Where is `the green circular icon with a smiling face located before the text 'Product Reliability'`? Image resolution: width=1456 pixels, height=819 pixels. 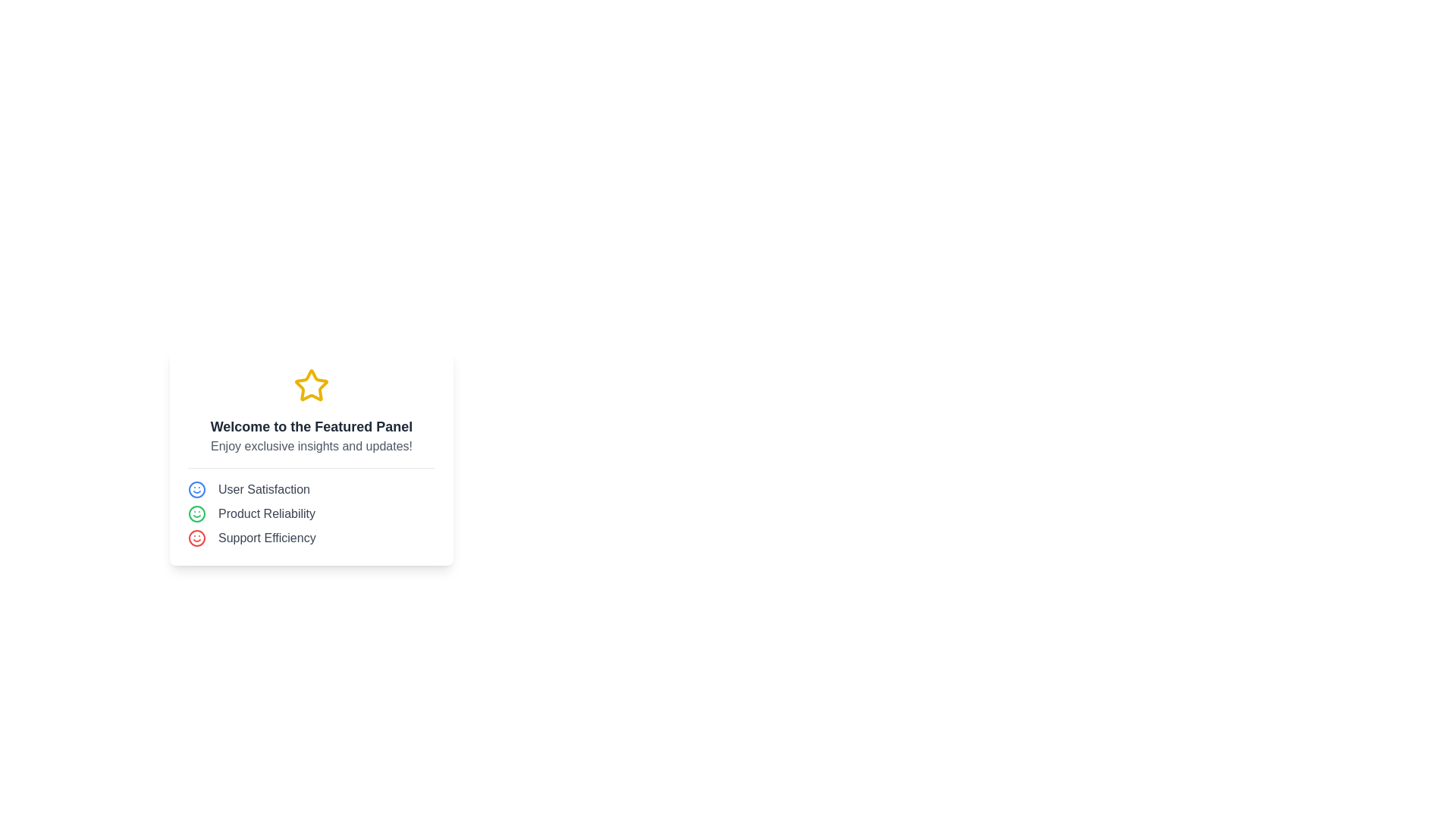
the green circular icon with a smiling face located before the text 'Product Reliability' is located at coordinates (196, 513).